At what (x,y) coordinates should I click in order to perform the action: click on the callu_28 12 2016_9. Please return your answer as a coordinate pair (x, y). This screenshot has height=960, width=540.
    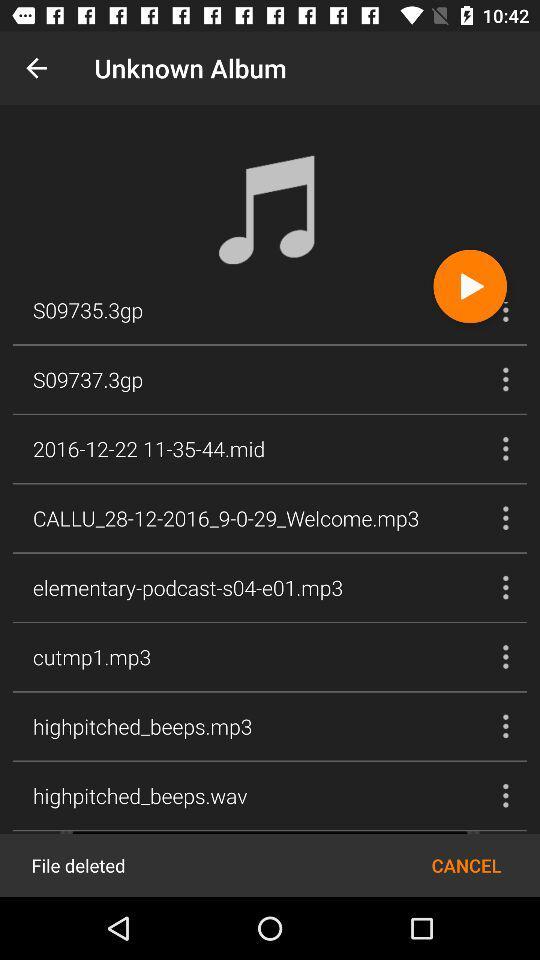
    Looking at the image, I should click on (225, 517).